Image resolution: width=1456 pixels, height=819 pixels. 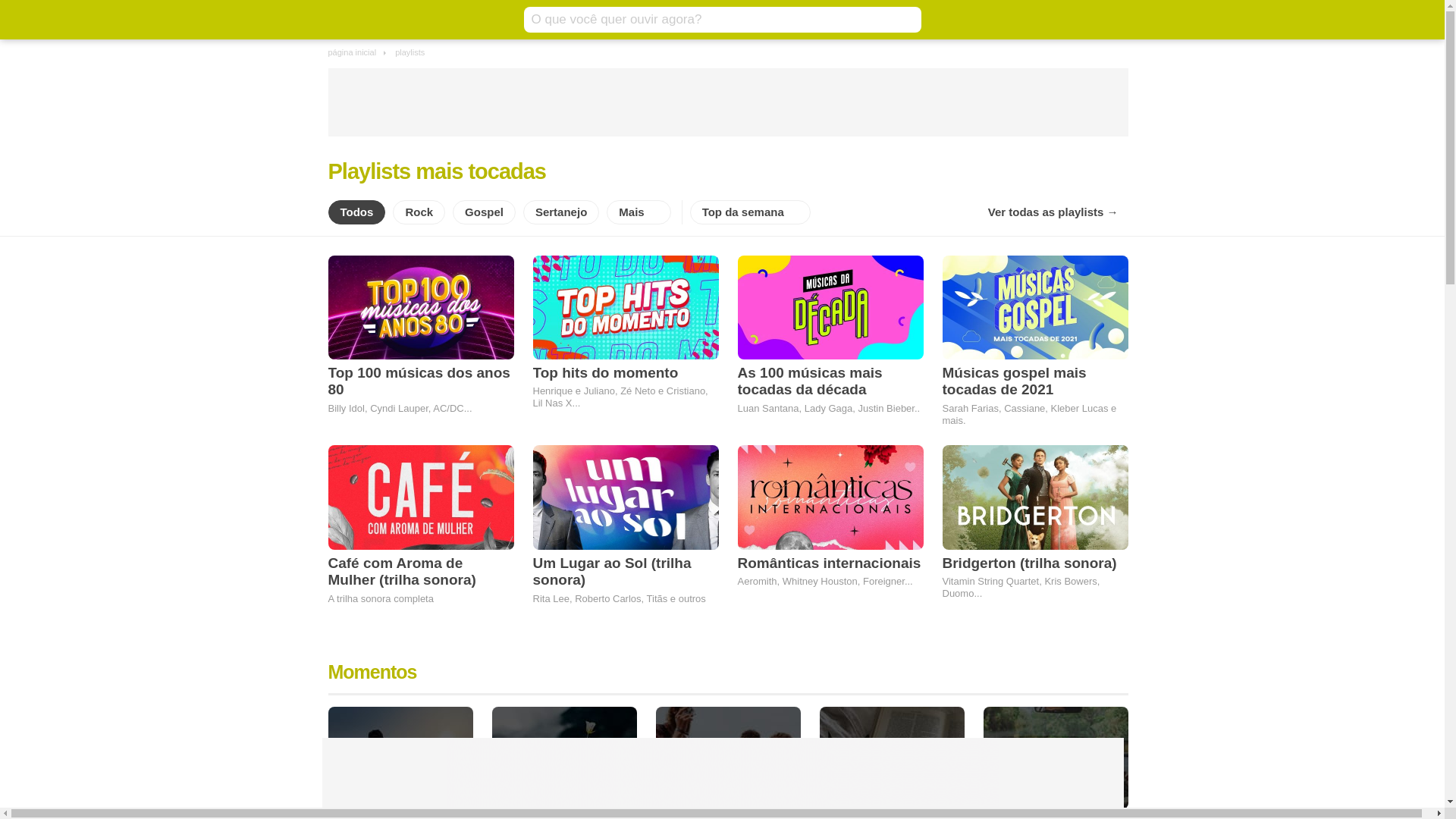 What do you see at coordinates (400, 758) in the screenshot?
I see `'Descansar'` at bounding box center [400, 758].